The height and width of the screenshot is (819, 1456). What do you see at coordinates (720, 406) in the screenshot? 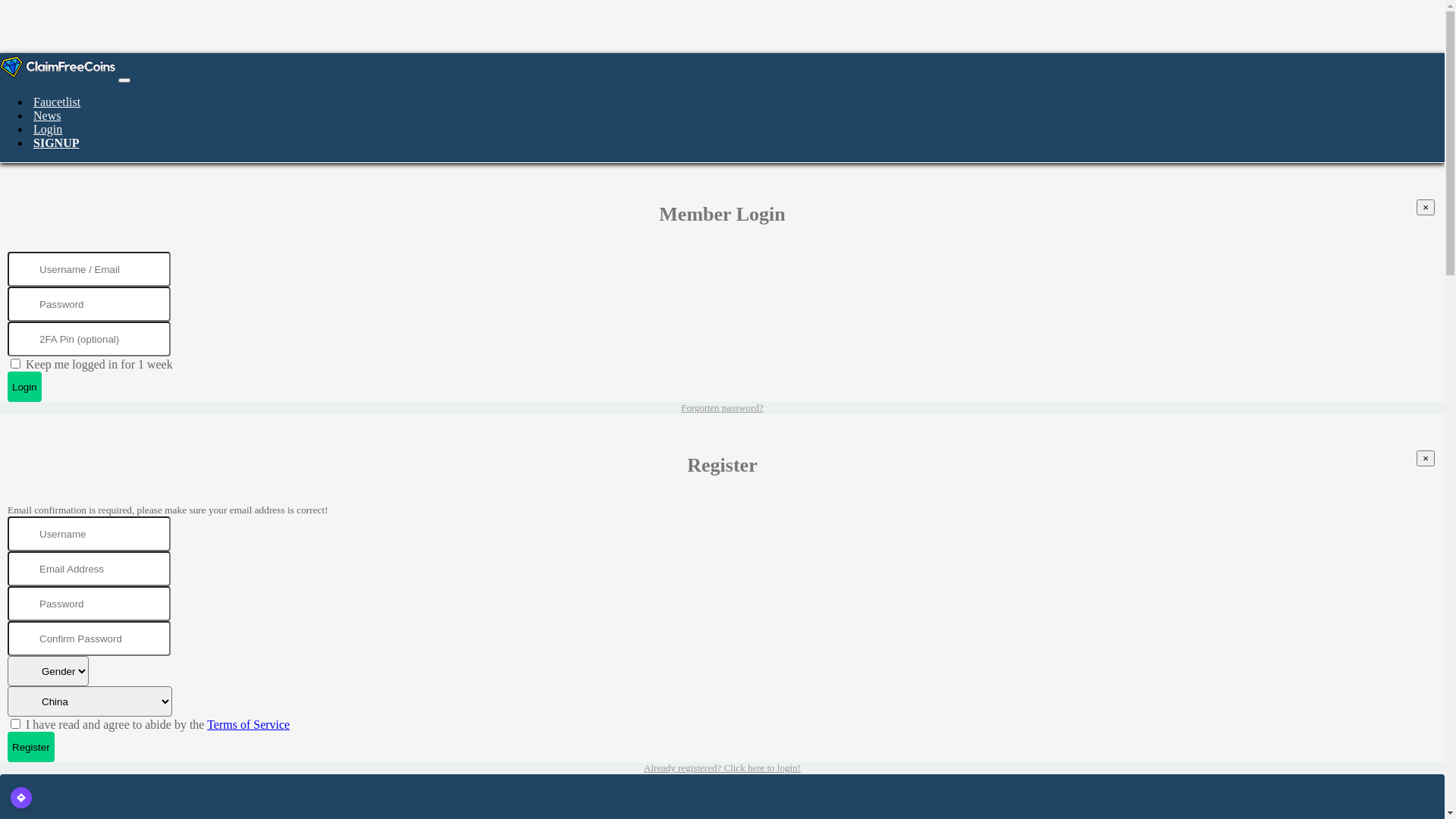
I see `'Forgotten password?'` at bounding box center [720, 406].